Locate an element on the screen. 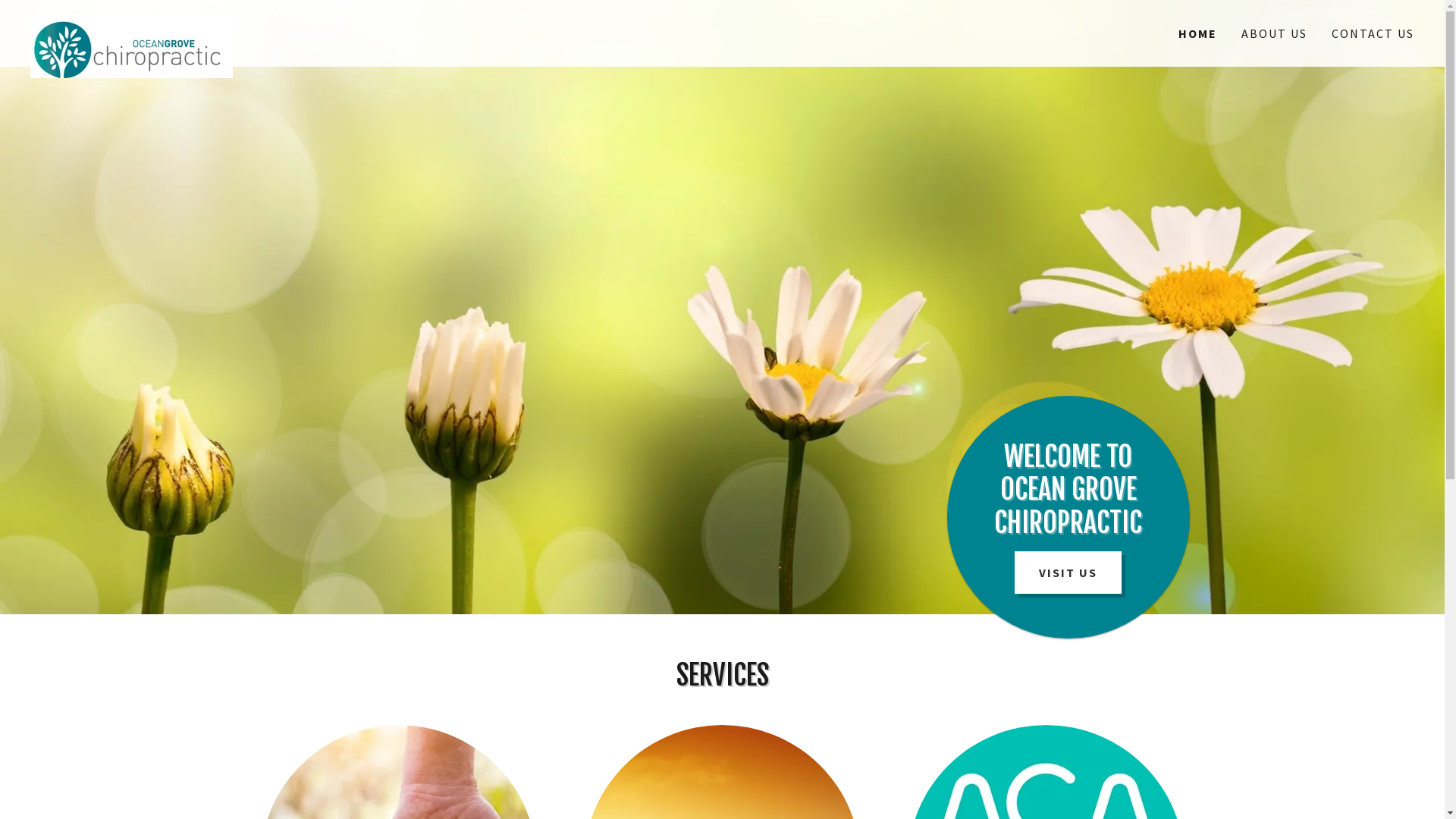 This screenshot has height=819, width=1456. 'CONTACT US' is located at coordinates (1373, 33).